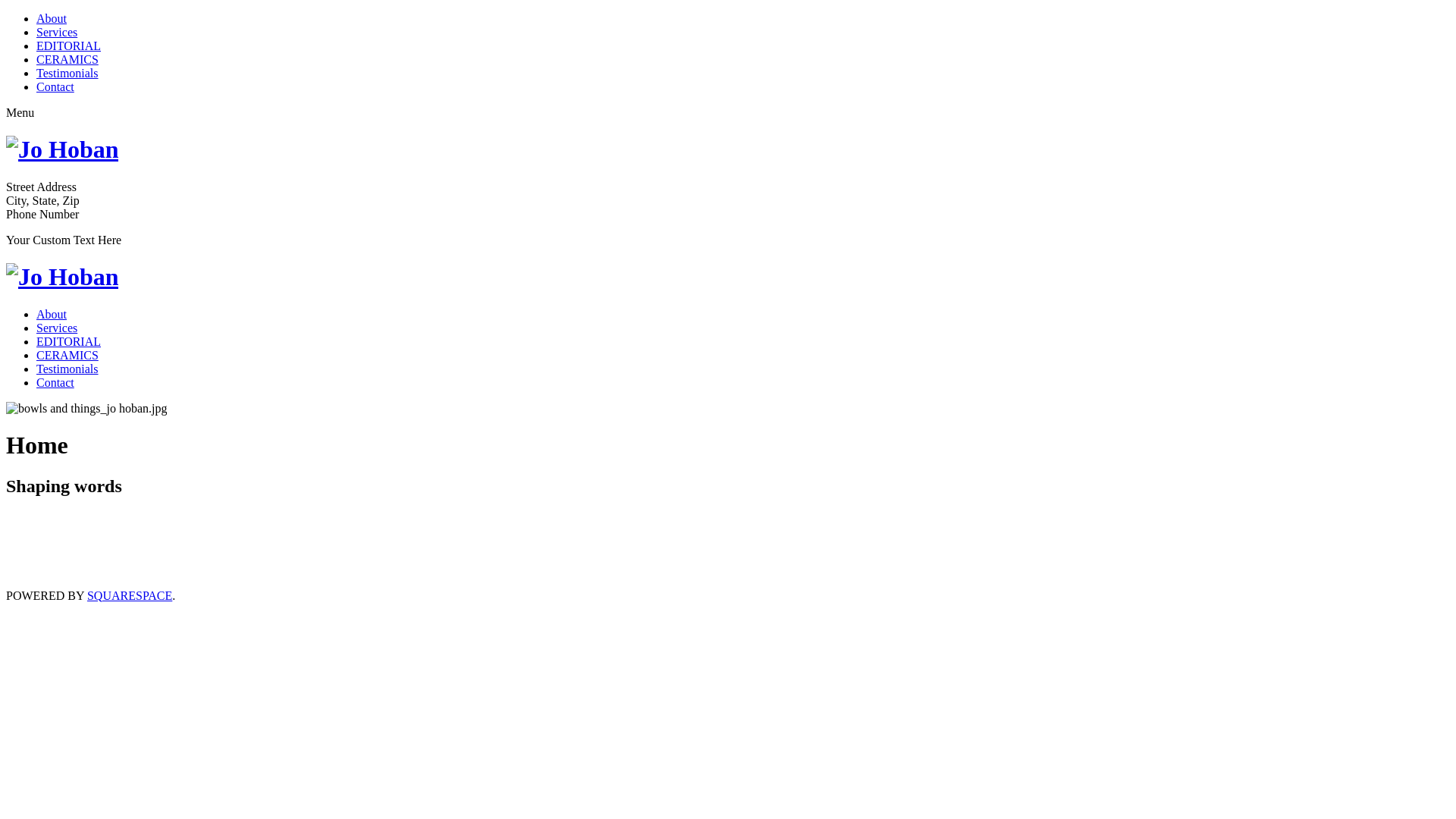 The image size is (1456, 819). Describe the element at coordinates (67, 341) in the screenshot. I see `'EDITORIAL'` at that location.